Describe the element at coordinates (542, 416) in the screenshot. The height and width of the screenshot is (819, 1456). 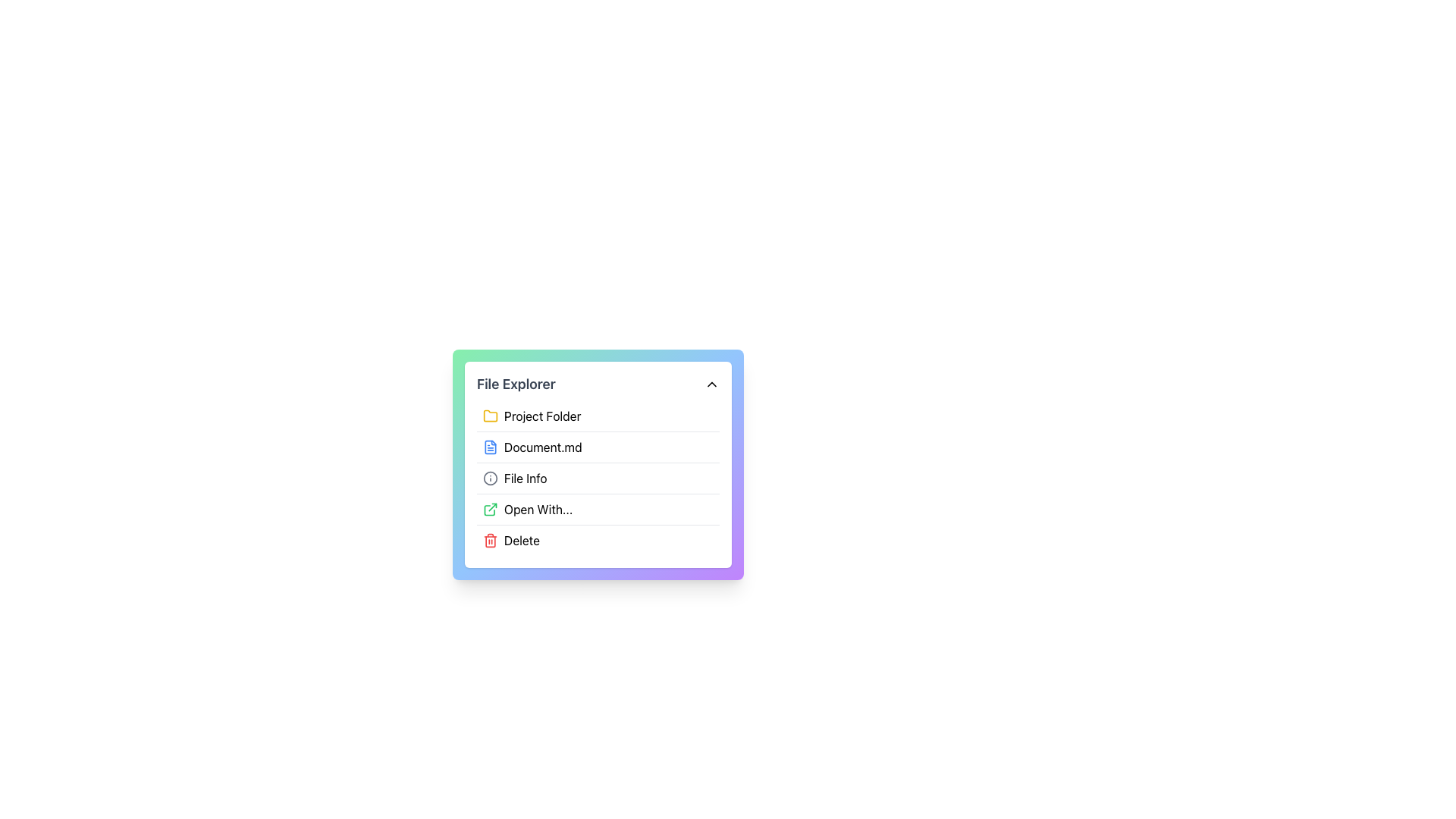
I see `the text label for 'Project Folder' in the file explorer` at that location.